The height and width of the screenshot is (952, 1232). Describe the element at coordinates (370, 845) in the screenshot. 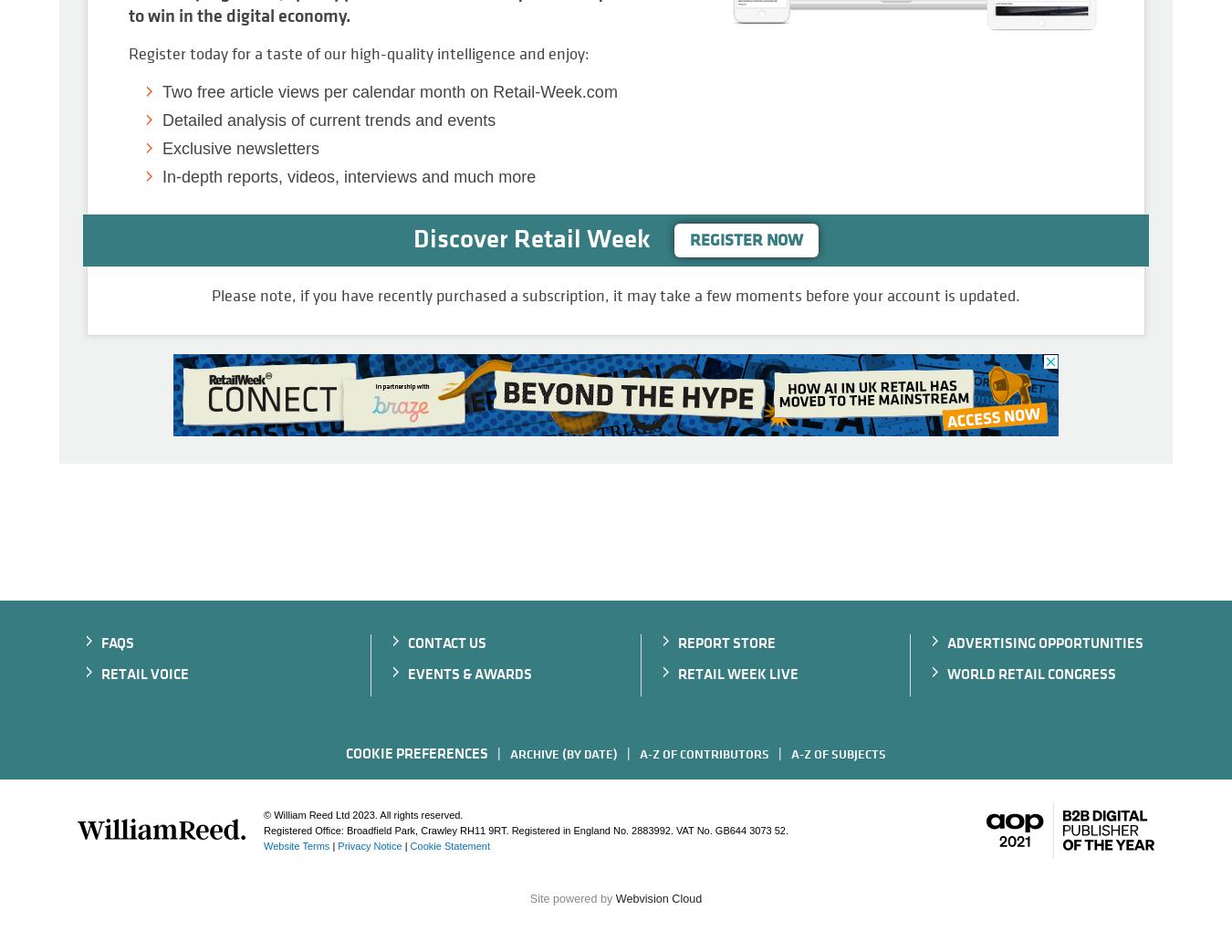

I see `'Privacy Notice'` at that location.